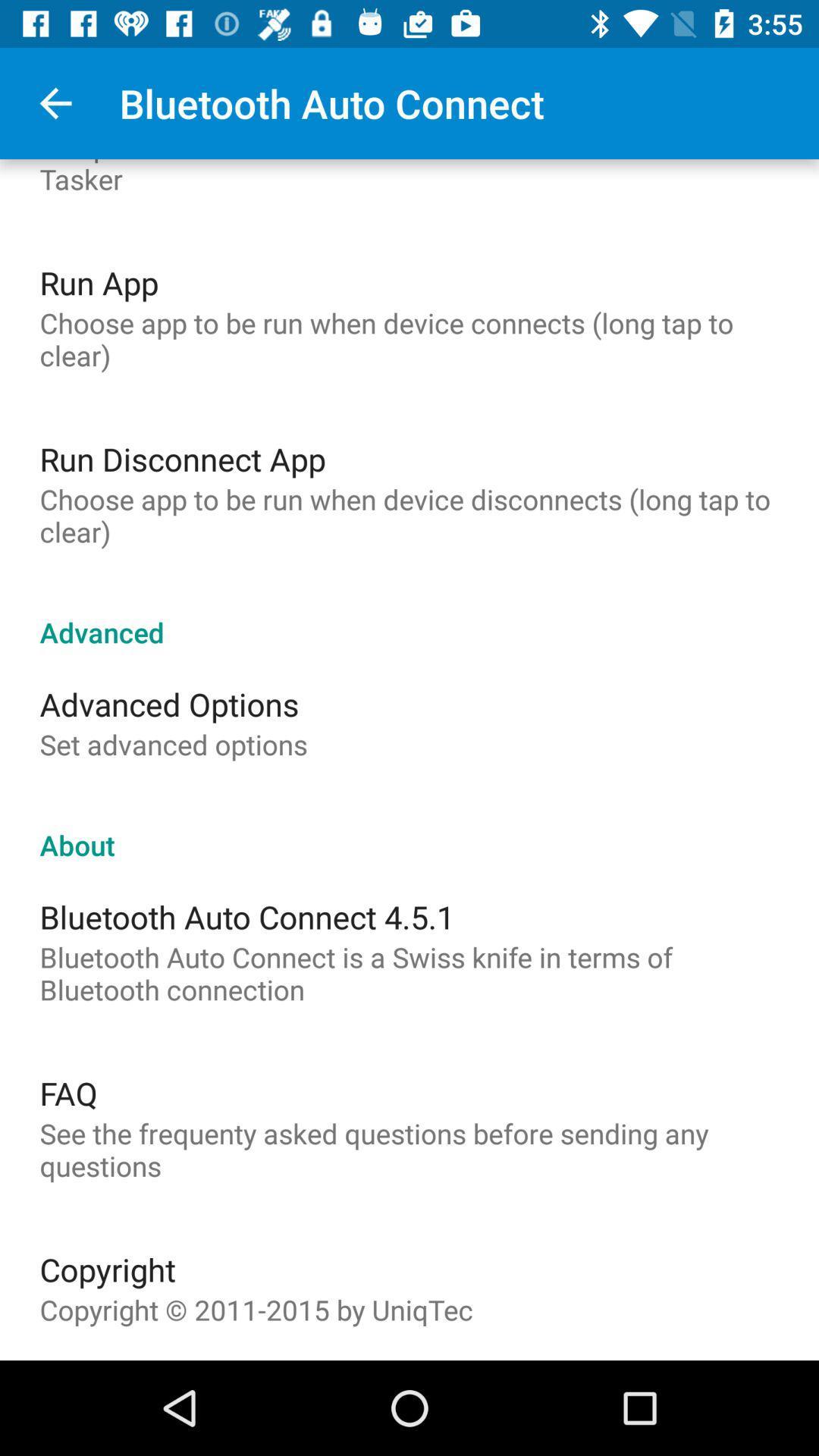 The height and width of the screenshot is (1456, 819). What do you see at coordinates (256, 1309) in the screenshot?
I see `the copyright 2011 2015 item` at bounding box center [256, 1309].